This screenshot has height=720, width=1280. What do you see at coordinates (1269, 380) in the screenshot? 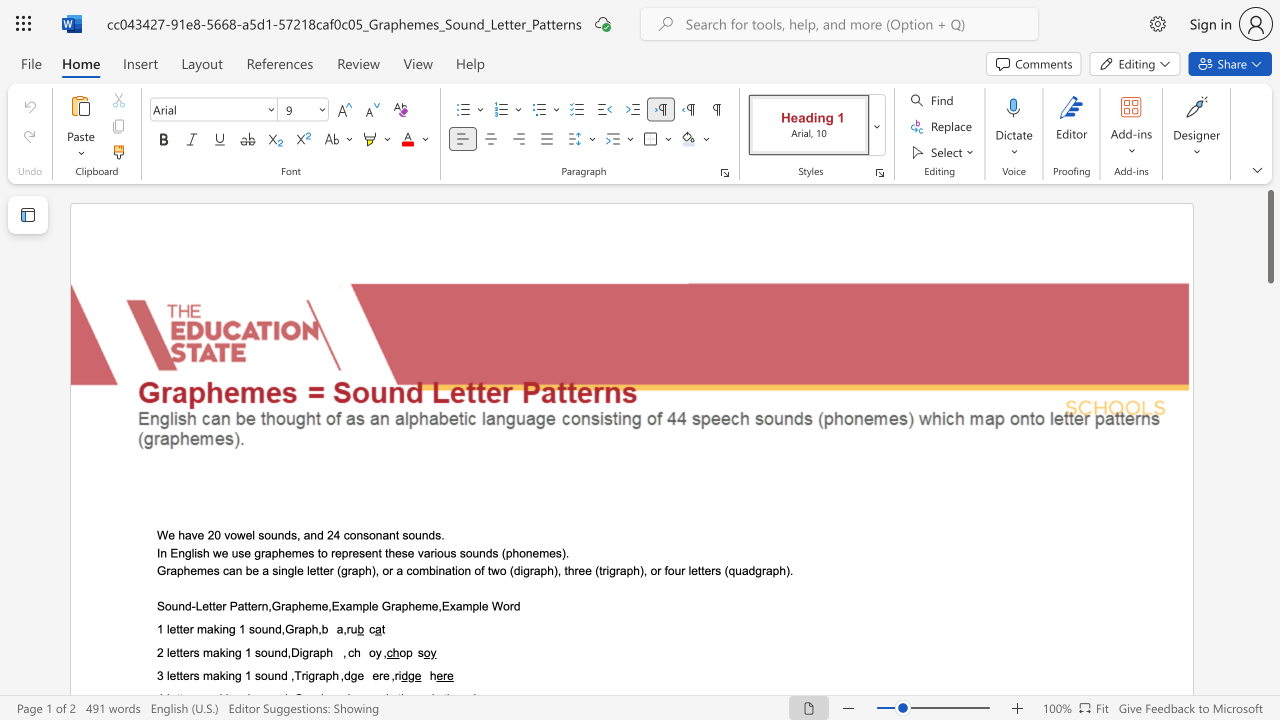
I see `the scrollbar to scroll the page down` at bounding box center [1269, 380].